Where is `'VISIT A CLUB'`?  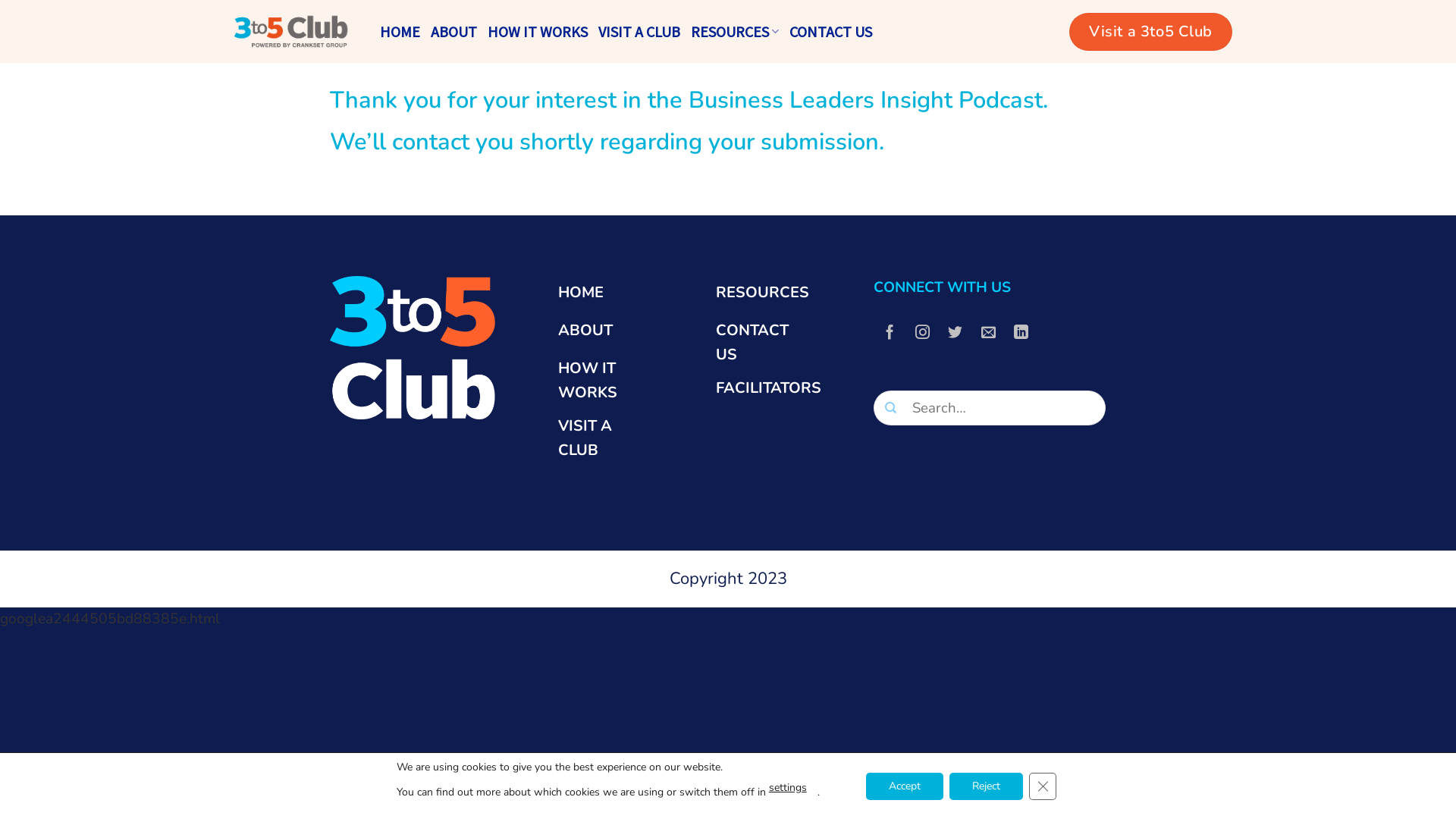 'VISIT A CLUB' is located at coordinates (597, 32).